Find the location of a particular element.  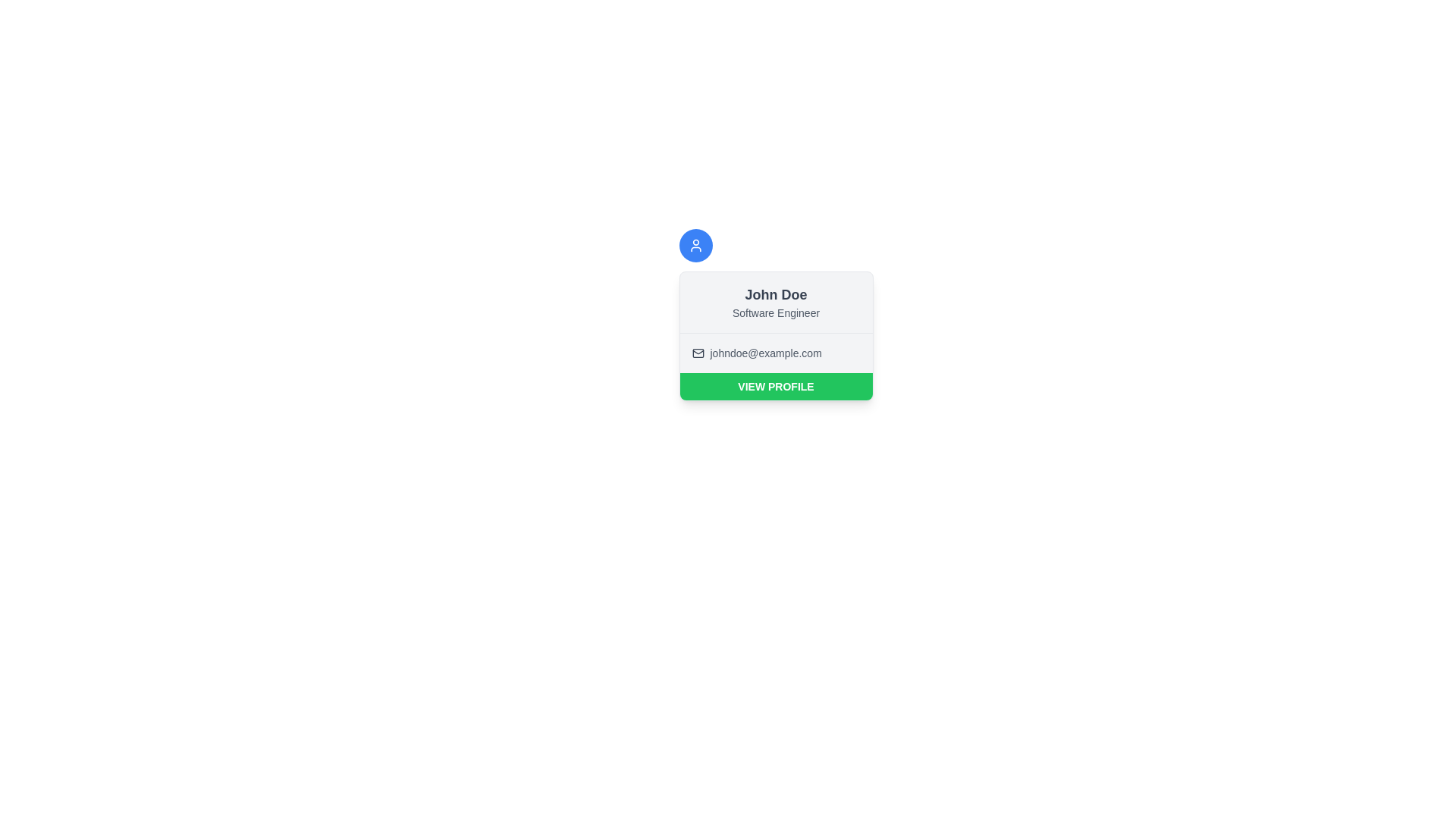

the envelope icon representing email located to the left of the text 'johndoe@example.com' in the user information card is located at coordinates (697, 353).